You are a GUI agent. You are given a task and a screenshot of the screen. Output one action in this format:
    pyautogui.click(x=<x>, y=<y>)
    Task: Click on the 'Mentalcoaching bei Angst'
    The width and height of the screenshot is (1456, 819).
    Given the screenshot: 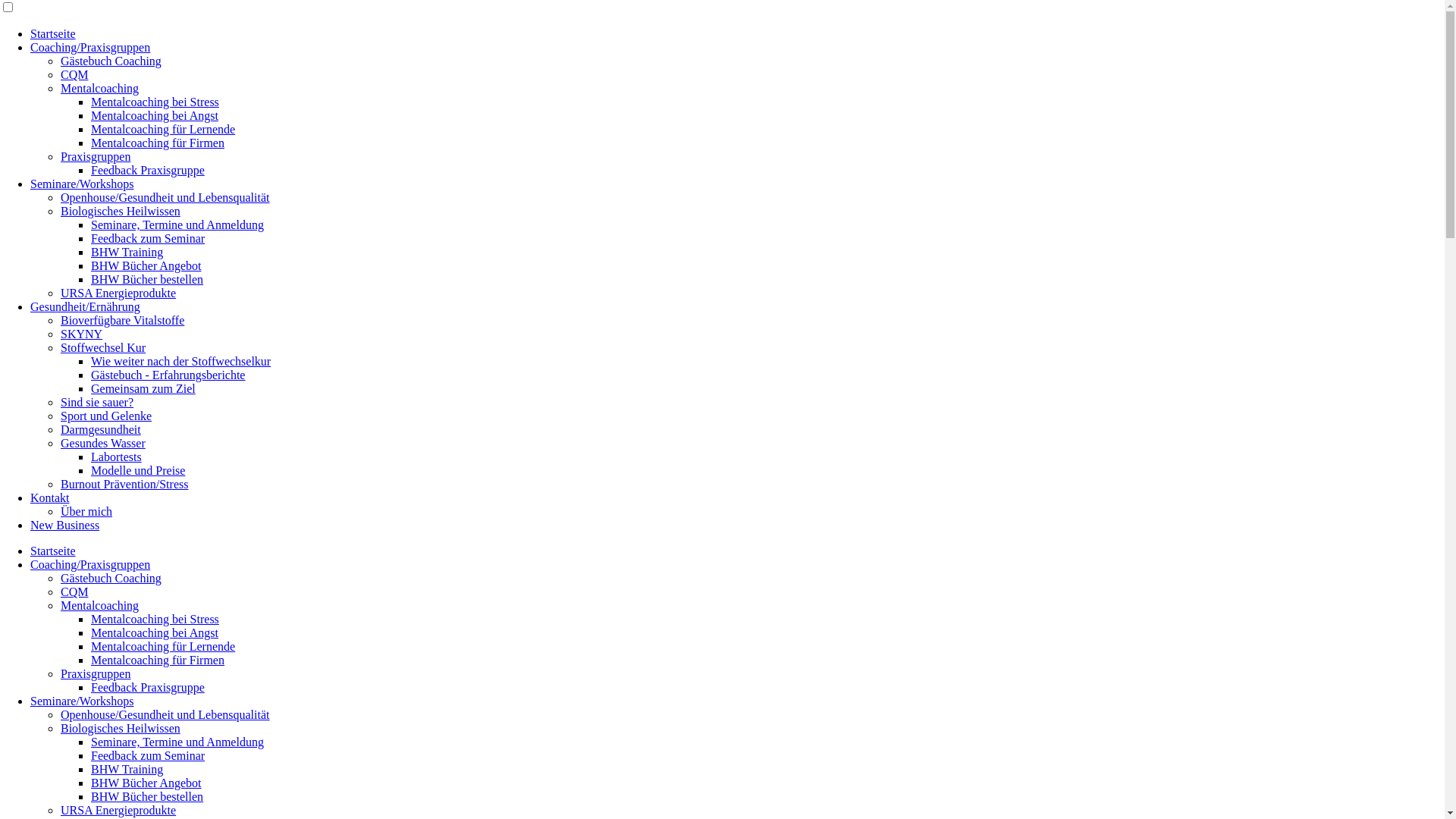 What is the action you would take?
    pyautogui.click(x=154, y=115)
    